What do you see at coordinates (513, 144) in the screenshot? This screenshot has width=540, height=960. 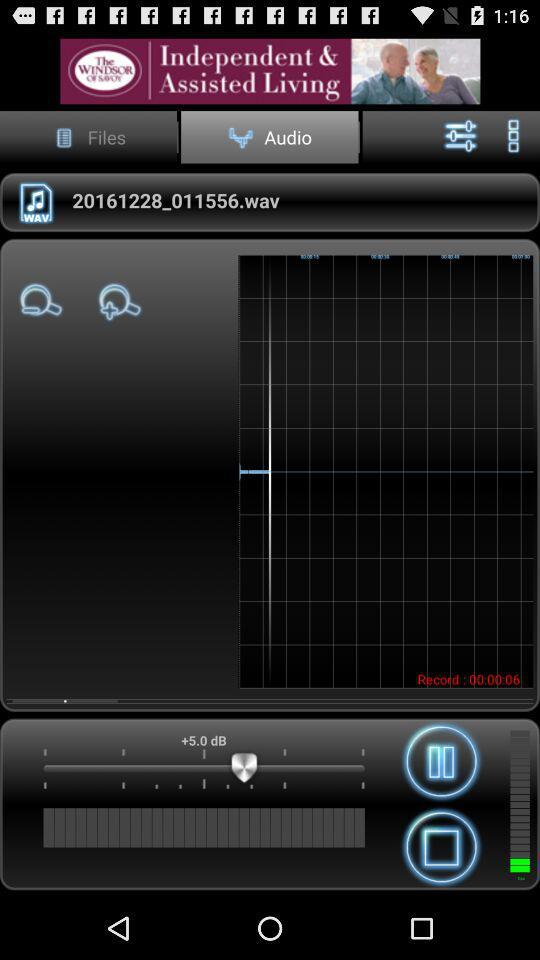 I see `the more icon` at bounding box center [513, 144].